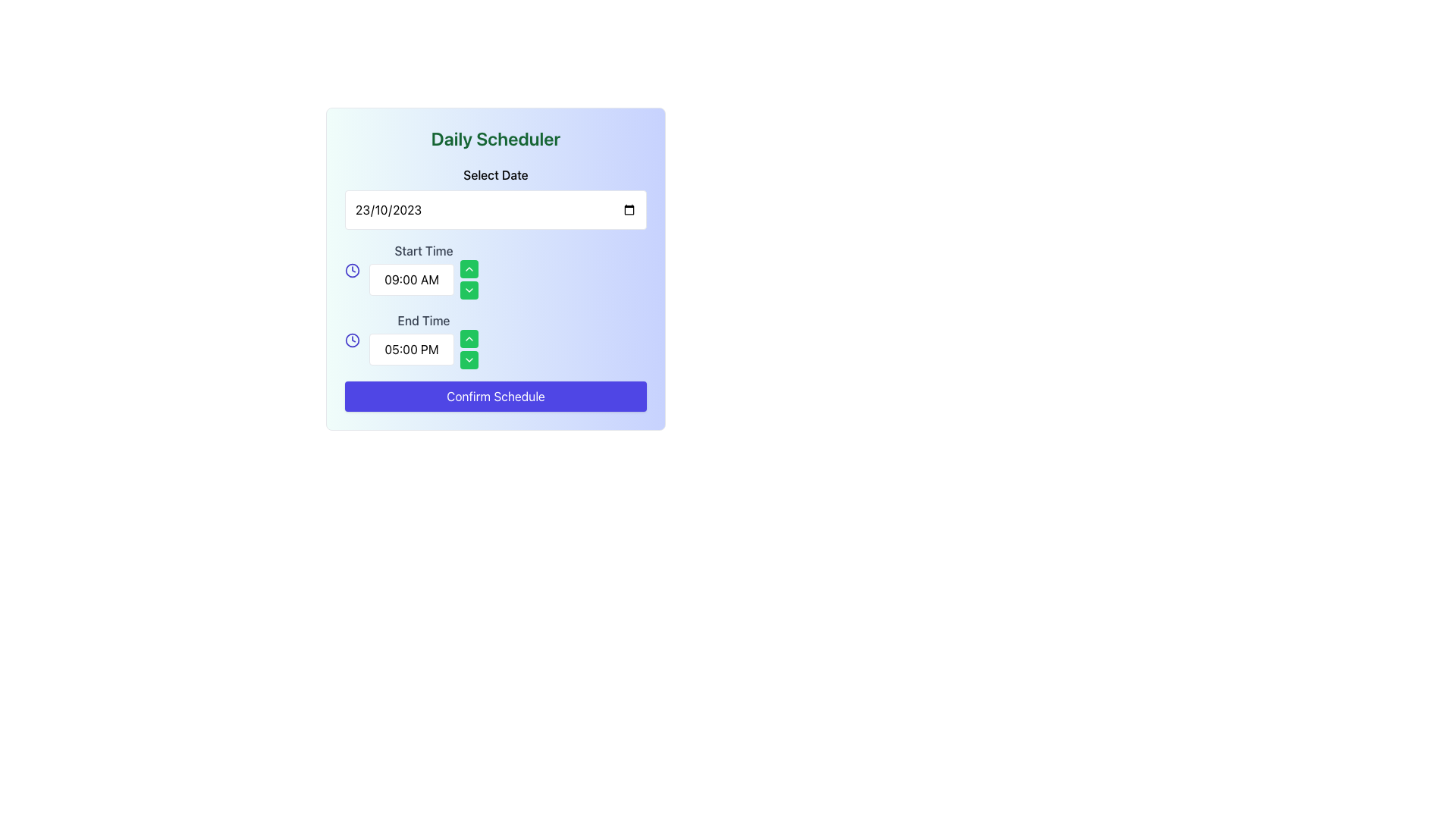 Image resolution: width=1456 pixels, height=819 pixels. I want to click on the finalizing action button located at the bottom of the 'Daily Scheduler' widget to confirm the schedule, so click(495, 396).